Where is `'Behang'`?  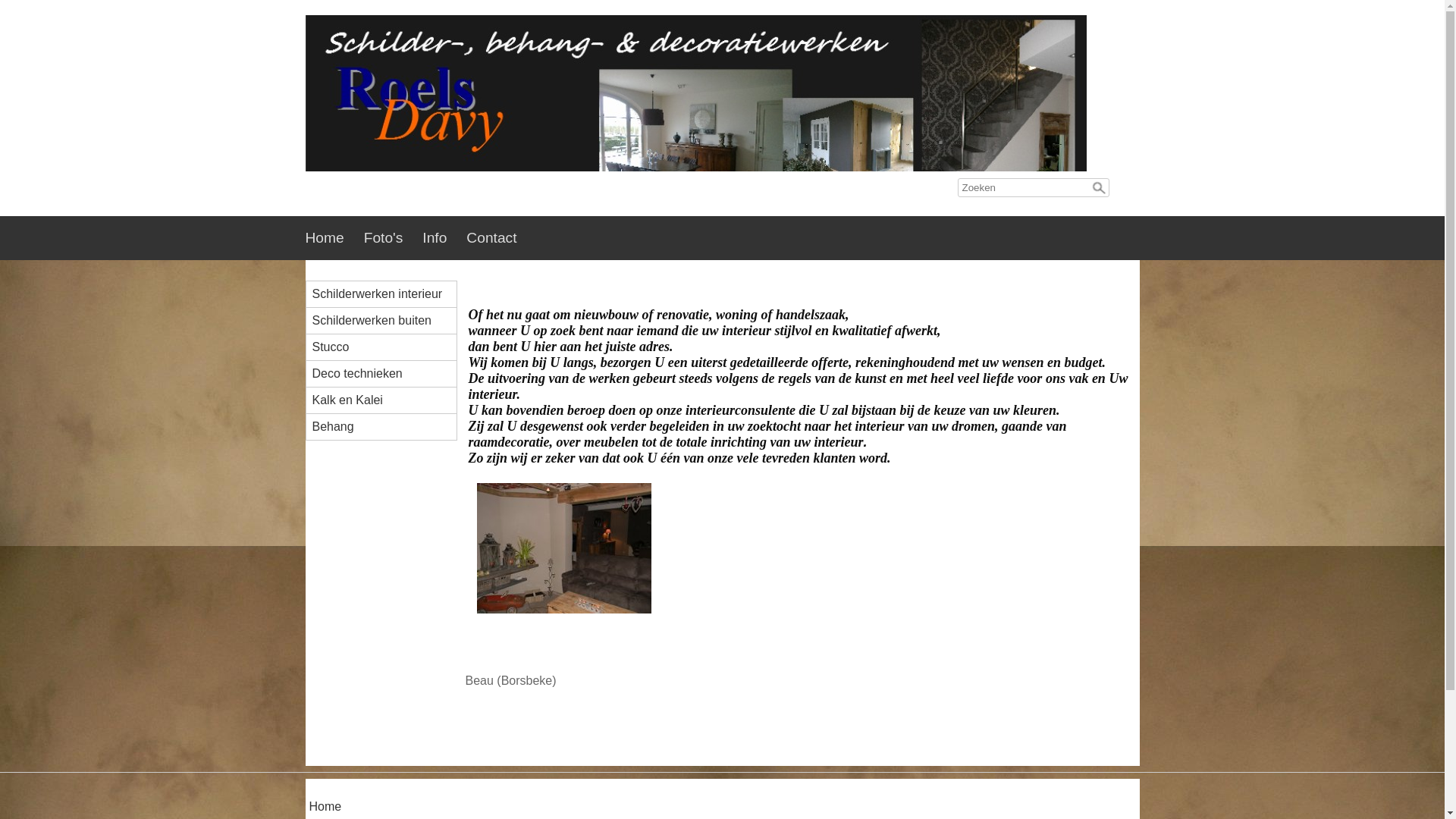
'Behang' is located at coordinates (387, 427).